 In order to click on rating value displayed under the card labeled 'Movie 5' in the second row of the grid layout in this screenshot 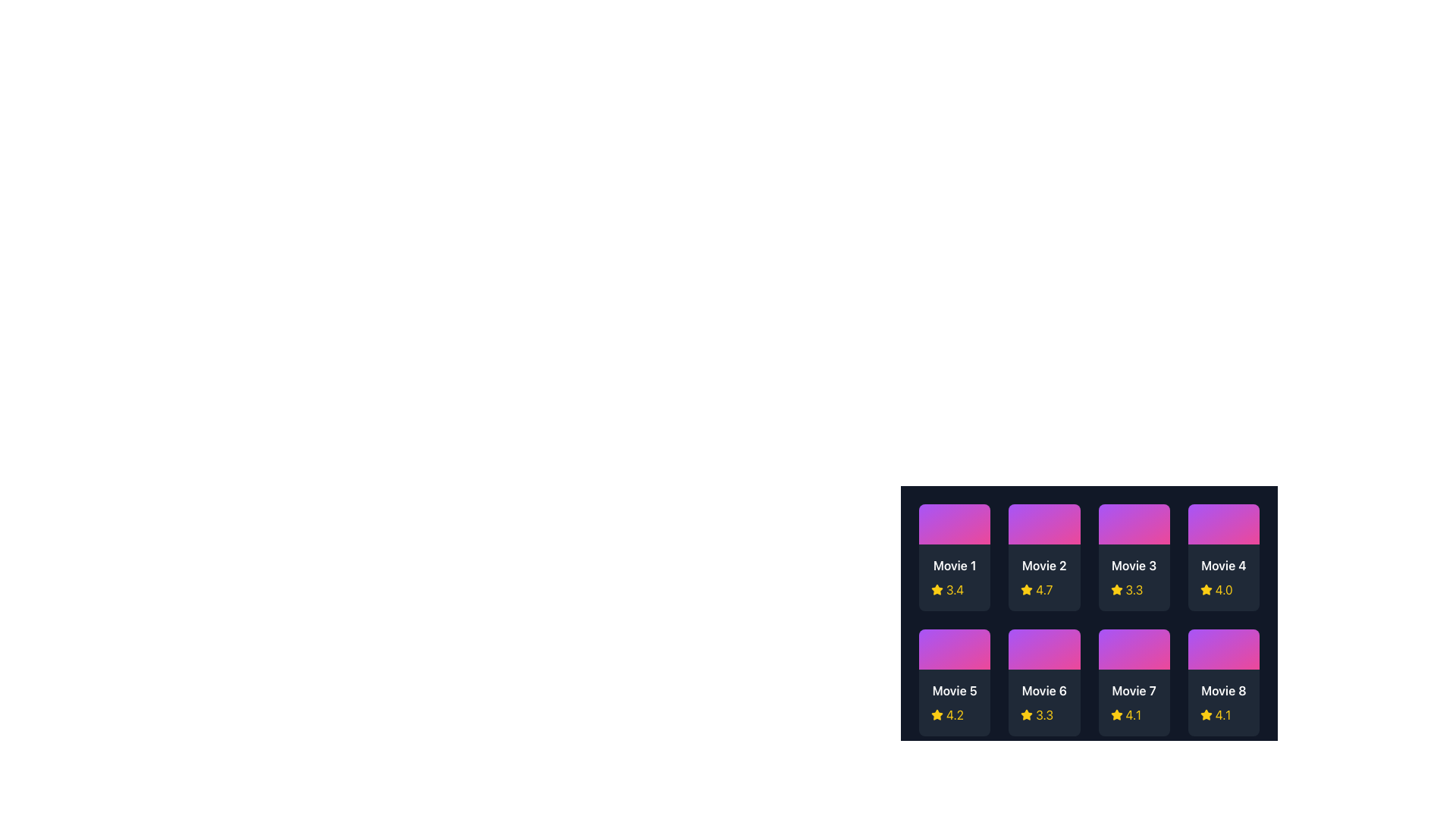, I will do `click(954, 715)`.